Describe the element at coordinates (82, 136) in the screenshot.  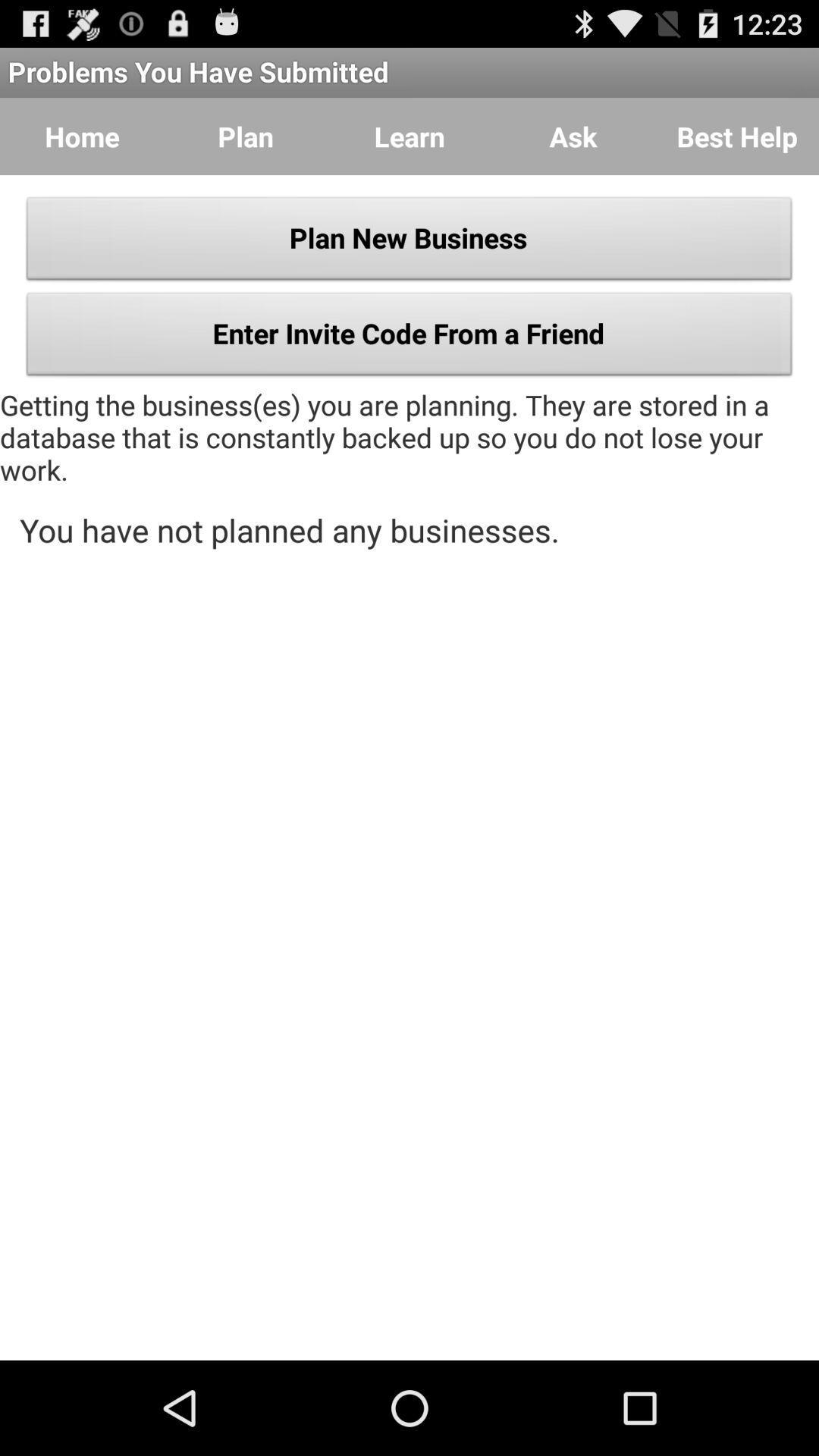
I see `the icon to the left of plan item` at that location.